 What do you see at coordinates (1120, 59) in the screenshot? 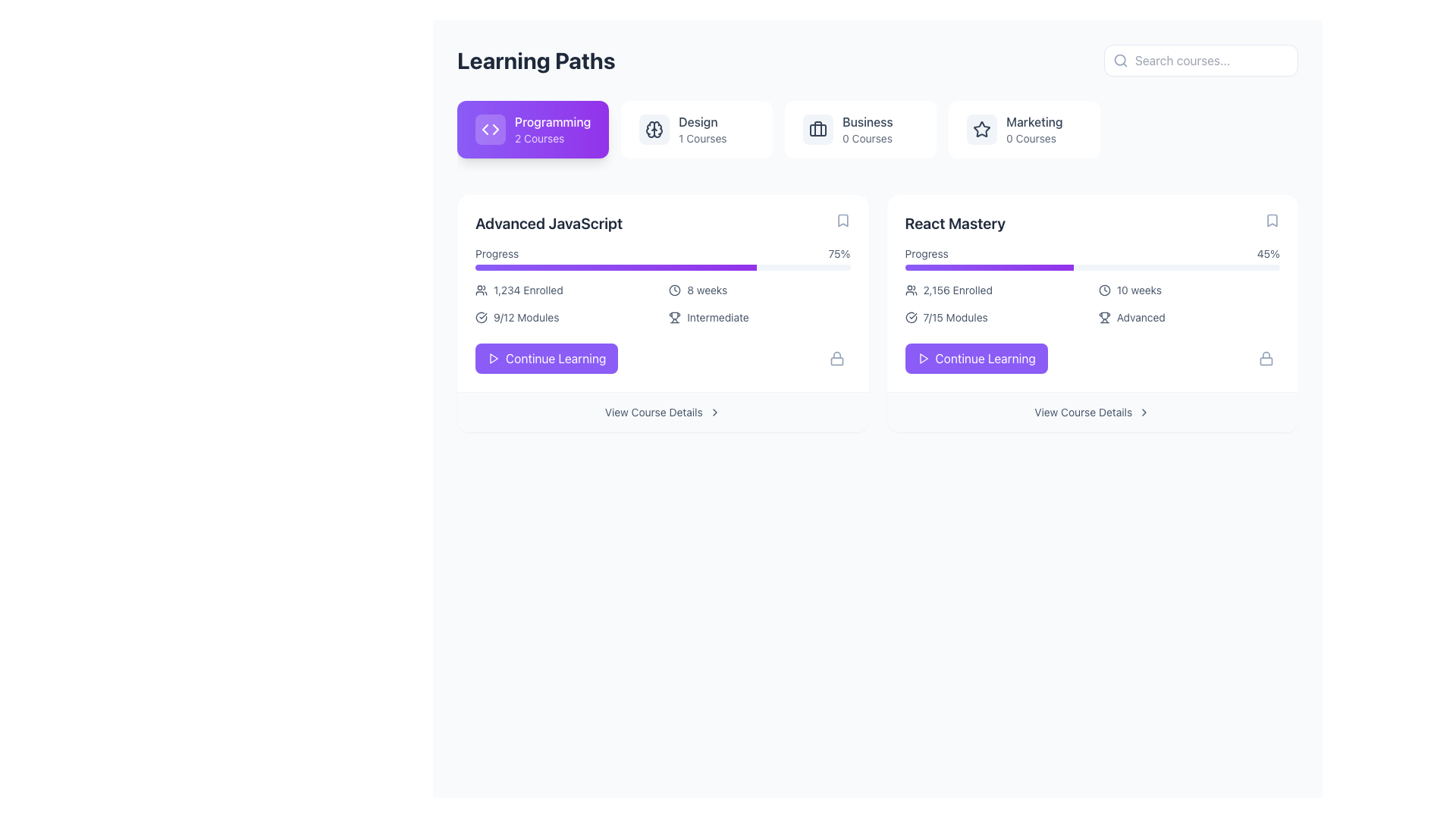
I see `the circular graphical decoration of the magnifying glass icon located in the upper-right corner of the interface, adjacent to the search bar` at bounding box center [1120, 59].